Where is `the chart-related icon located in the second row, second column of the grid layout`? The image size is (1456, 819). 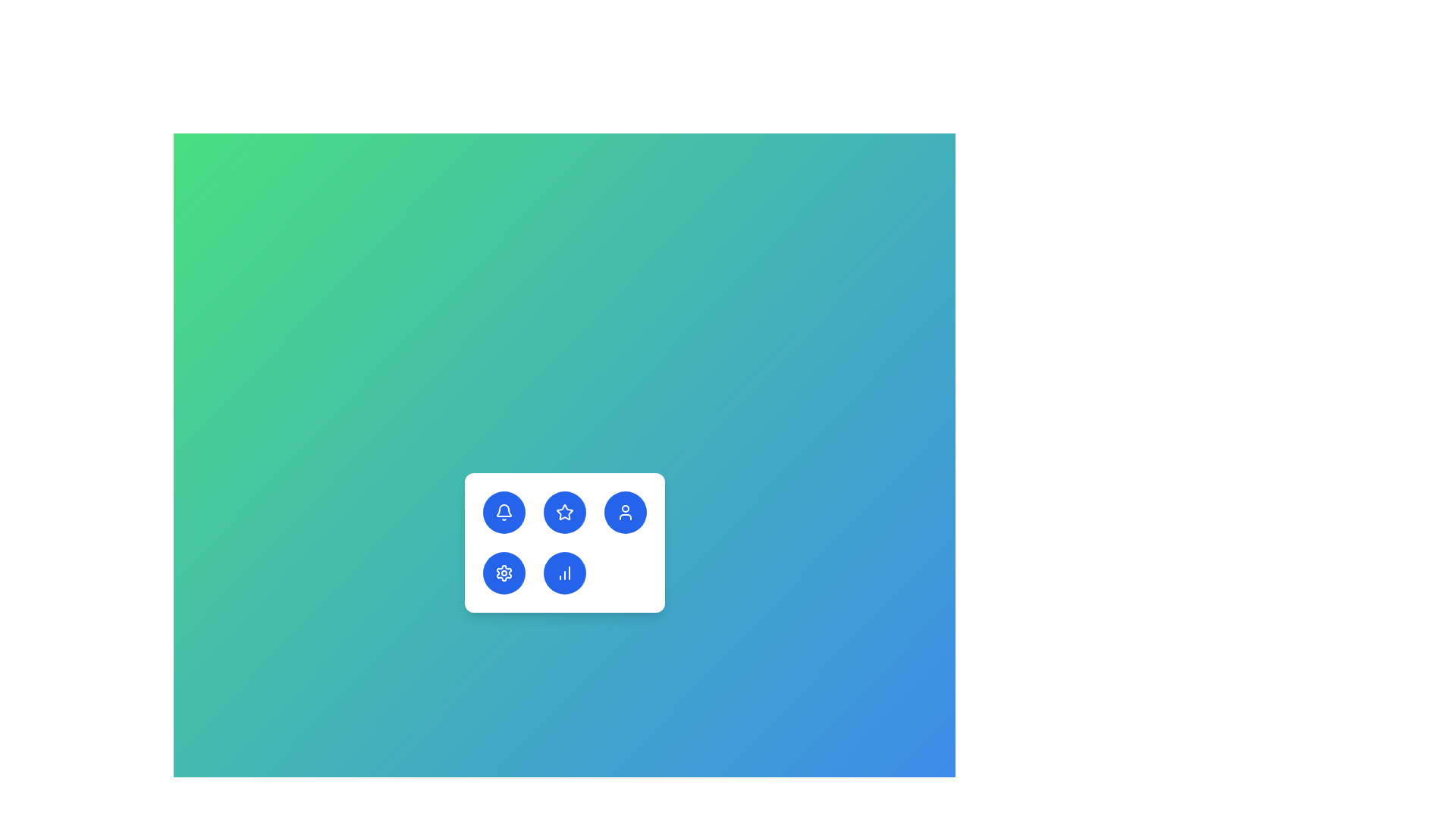 the chart-related icon located in the second row, second column of the grid layout is located at coordinates (563, 573).